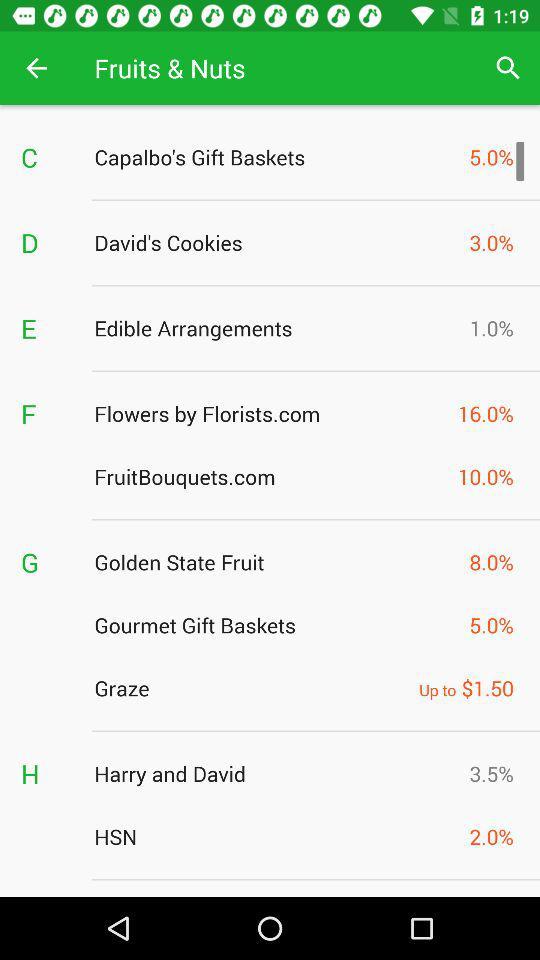 The height and width of the screenshot is (960, 540). Describe the element at coordinates (270, 476) in the screenshot. I see `item next to the 10.0% icon` at that location.